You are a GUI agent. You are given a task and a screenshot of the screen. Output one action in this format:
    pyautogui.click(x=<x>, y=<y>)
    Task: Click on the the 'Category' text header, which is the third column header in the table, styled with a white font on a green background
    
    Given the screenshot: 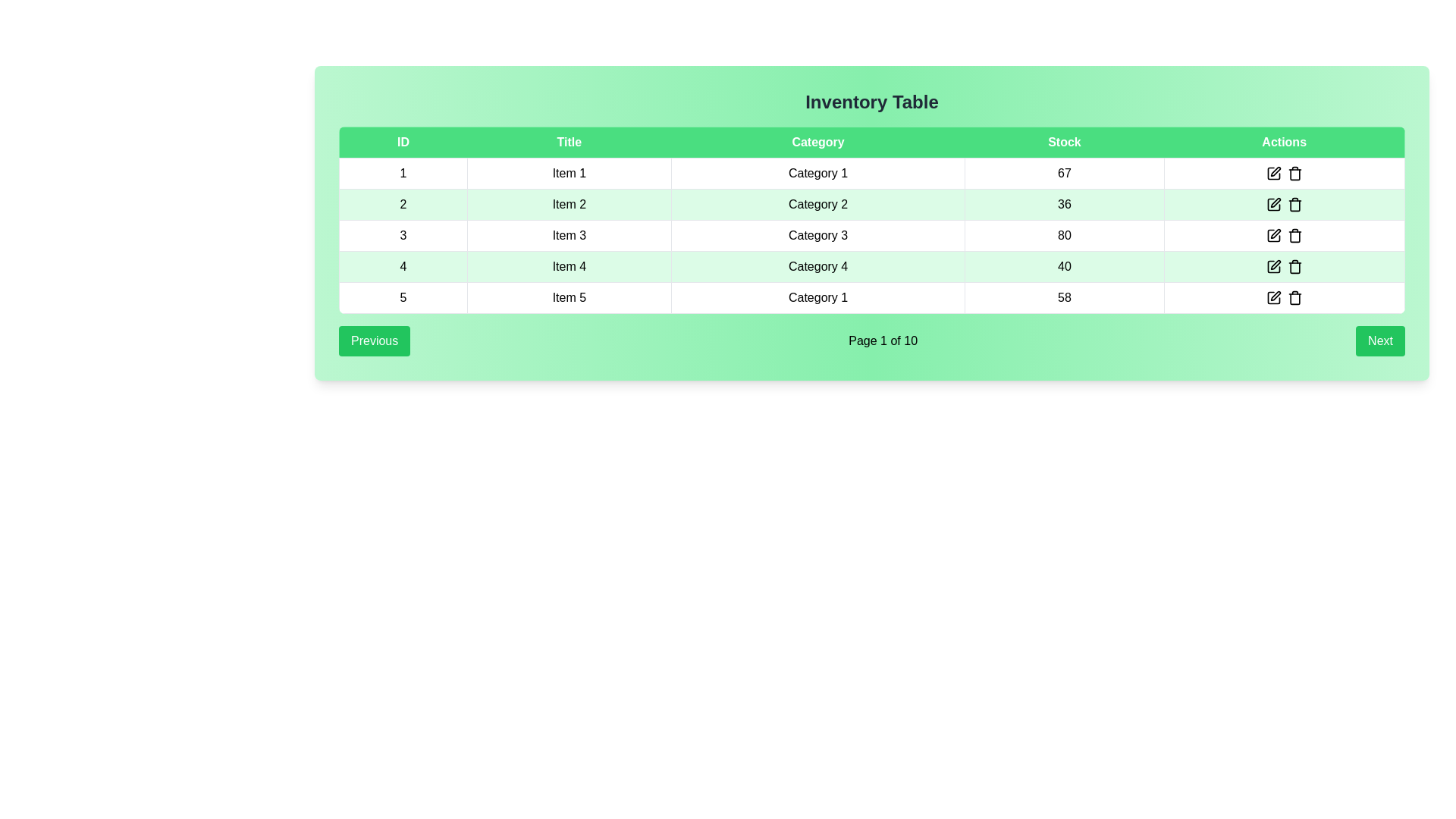 What is the action you would take?
    pyautogui.click(x=817, y=143)
    